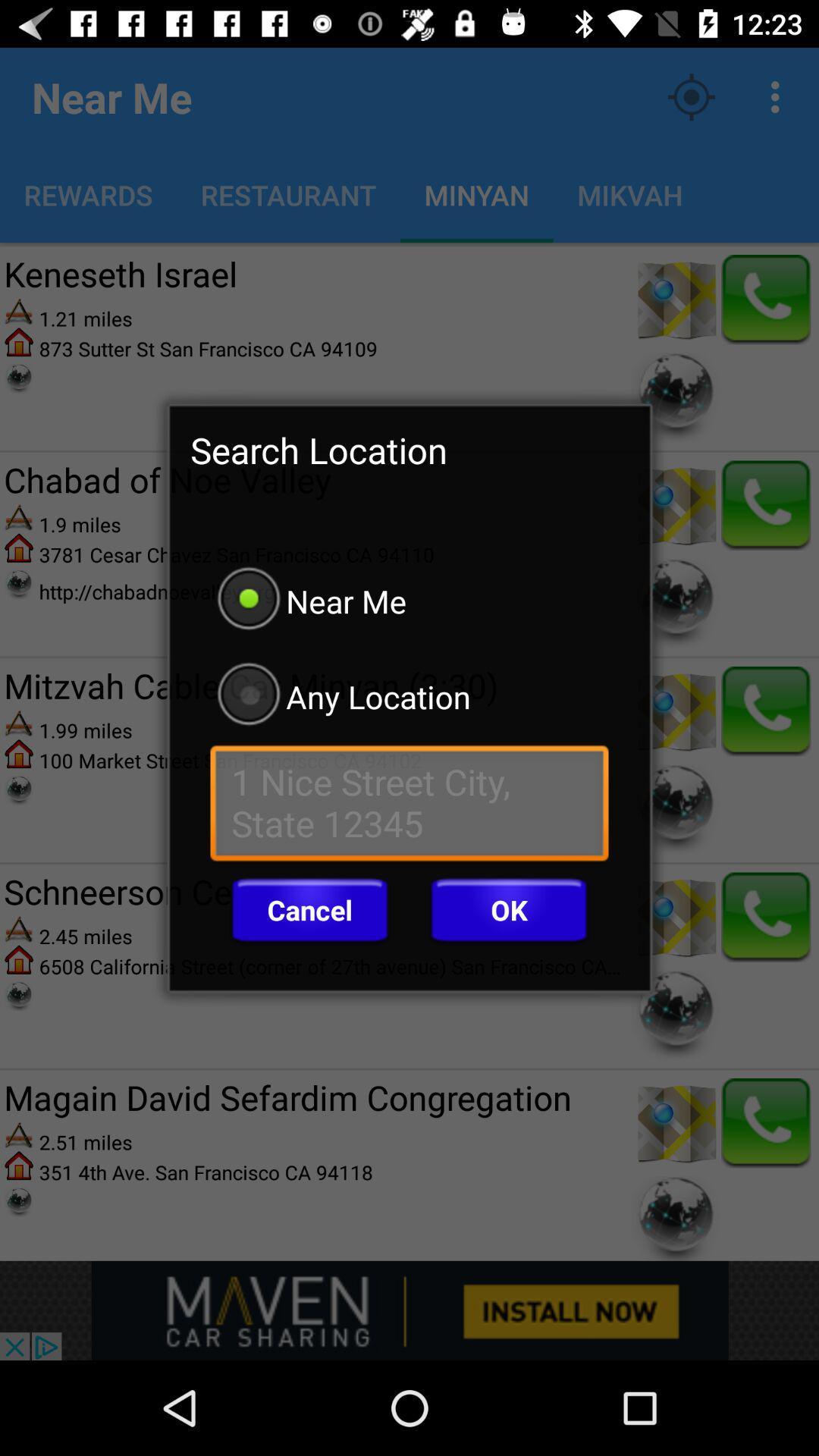 The height and width of the screenshot is (1456, 819). What do you see at coordinates (509, 910) in the screenshot?
I see `button to the right of the cancel button` at bounding box center [509, 910].